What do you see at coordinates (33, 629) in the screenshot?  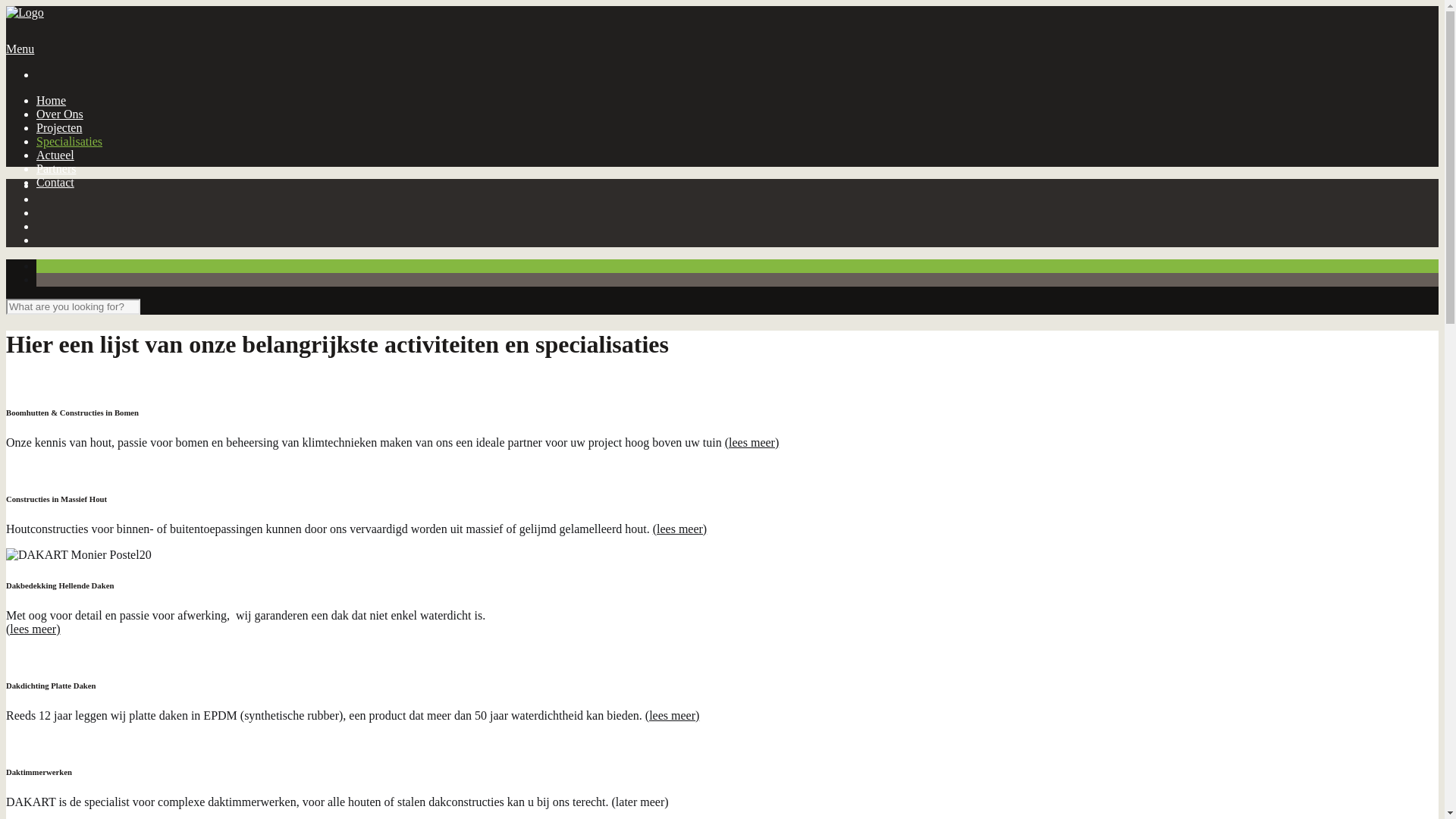 I see `'(lees meer)'` at bounding box center [33, 629].